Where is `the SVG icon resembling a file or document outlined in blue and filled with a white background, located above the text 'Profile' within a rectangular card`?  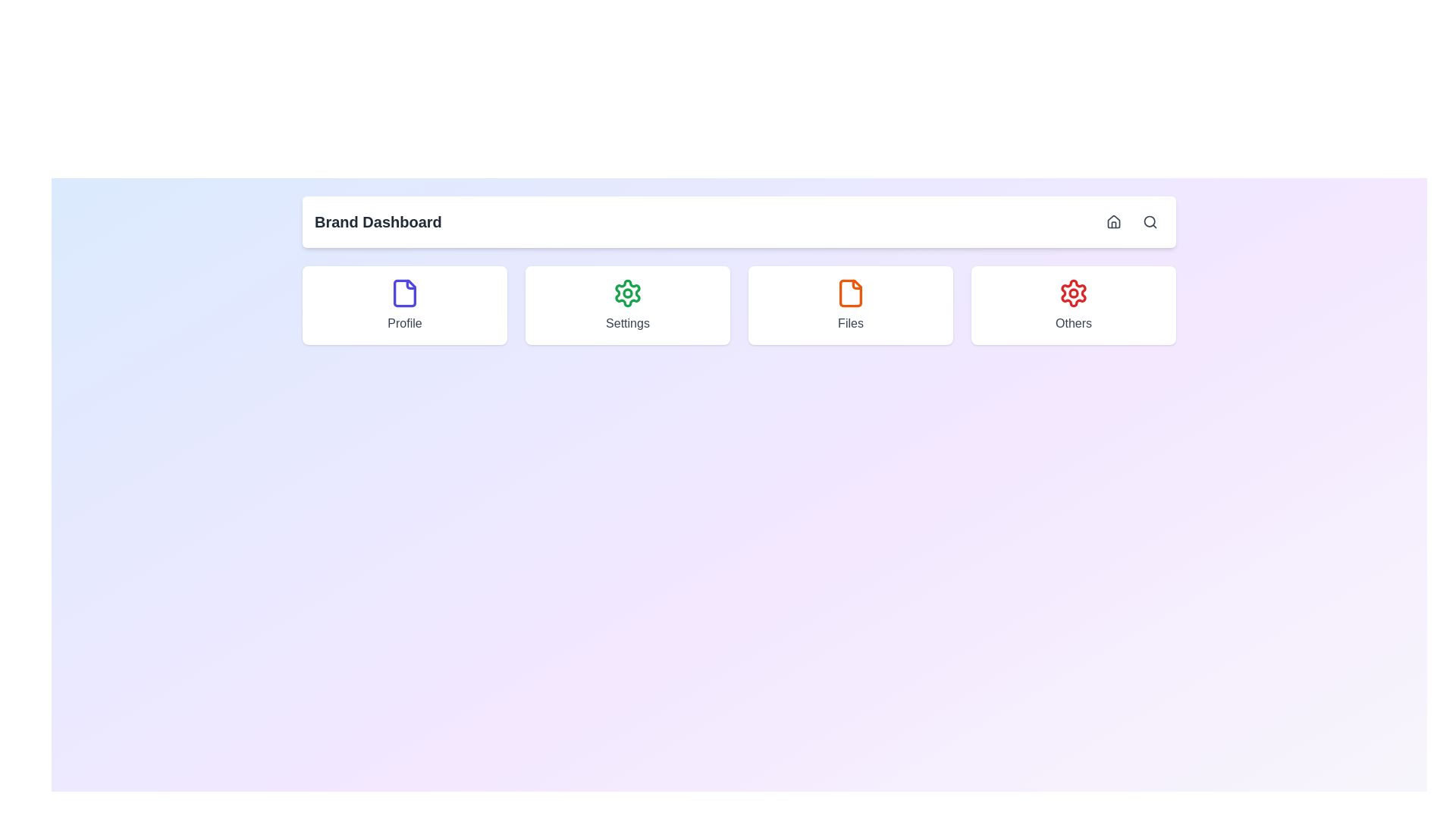
the SVG icon resembling a file or document outlined in blue and filled with a white background, located above the text 'Profile' within a rectangular card is located at coordinates (404, 293).